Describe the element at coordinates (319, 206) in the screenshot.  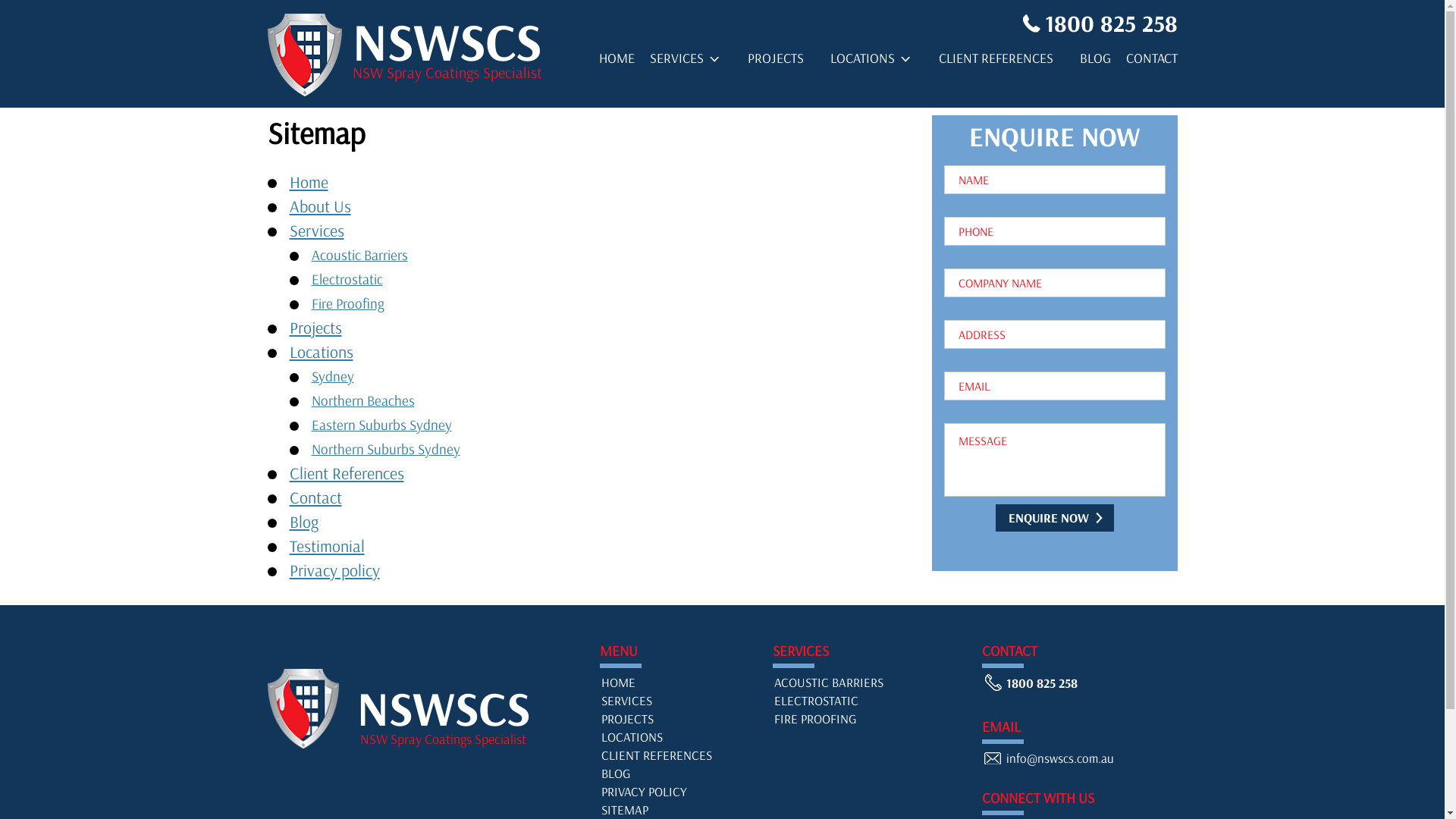
I see `'About Us'` at that location.